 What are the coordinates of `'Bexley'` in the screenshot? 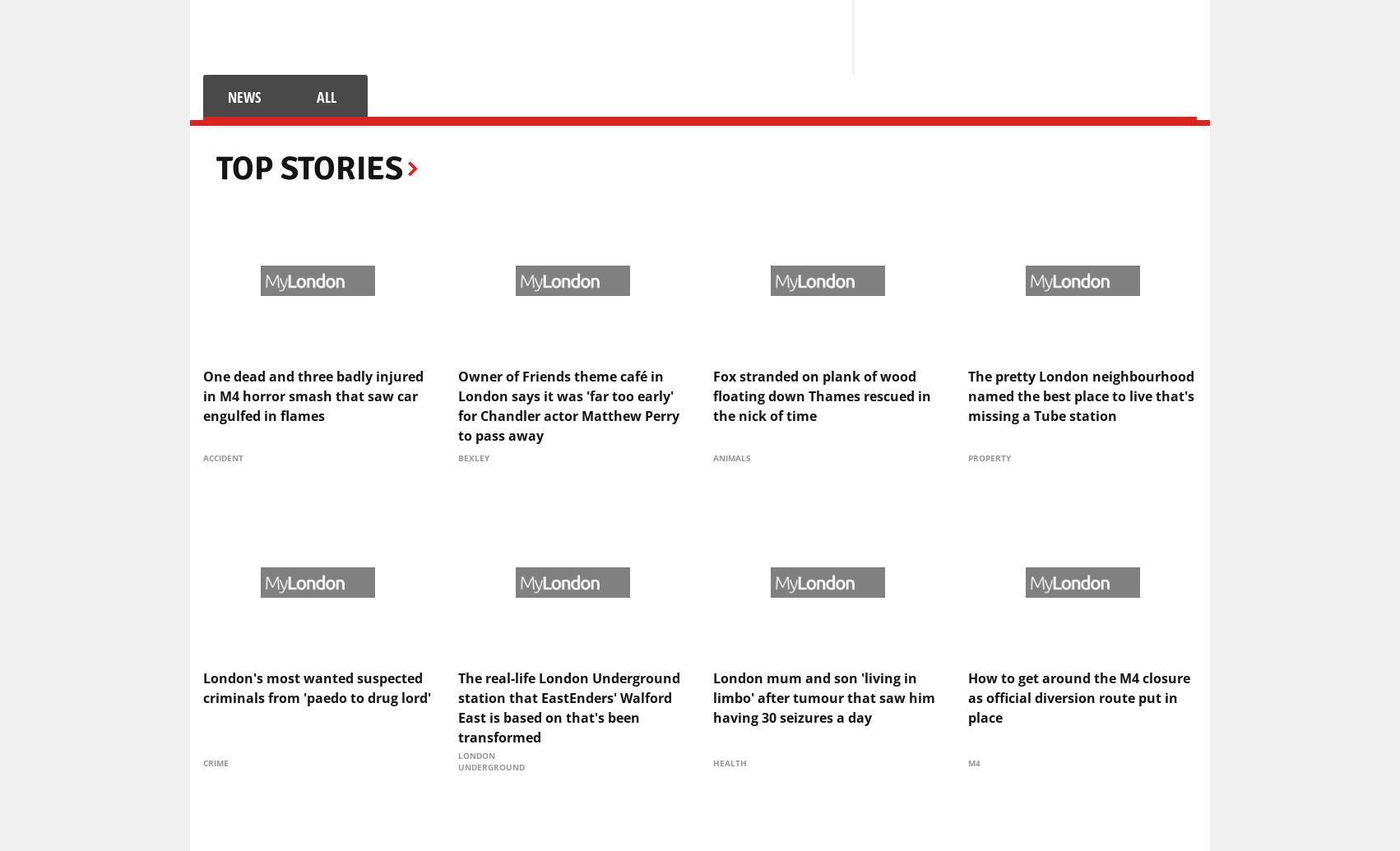 It's located at (473, 456).